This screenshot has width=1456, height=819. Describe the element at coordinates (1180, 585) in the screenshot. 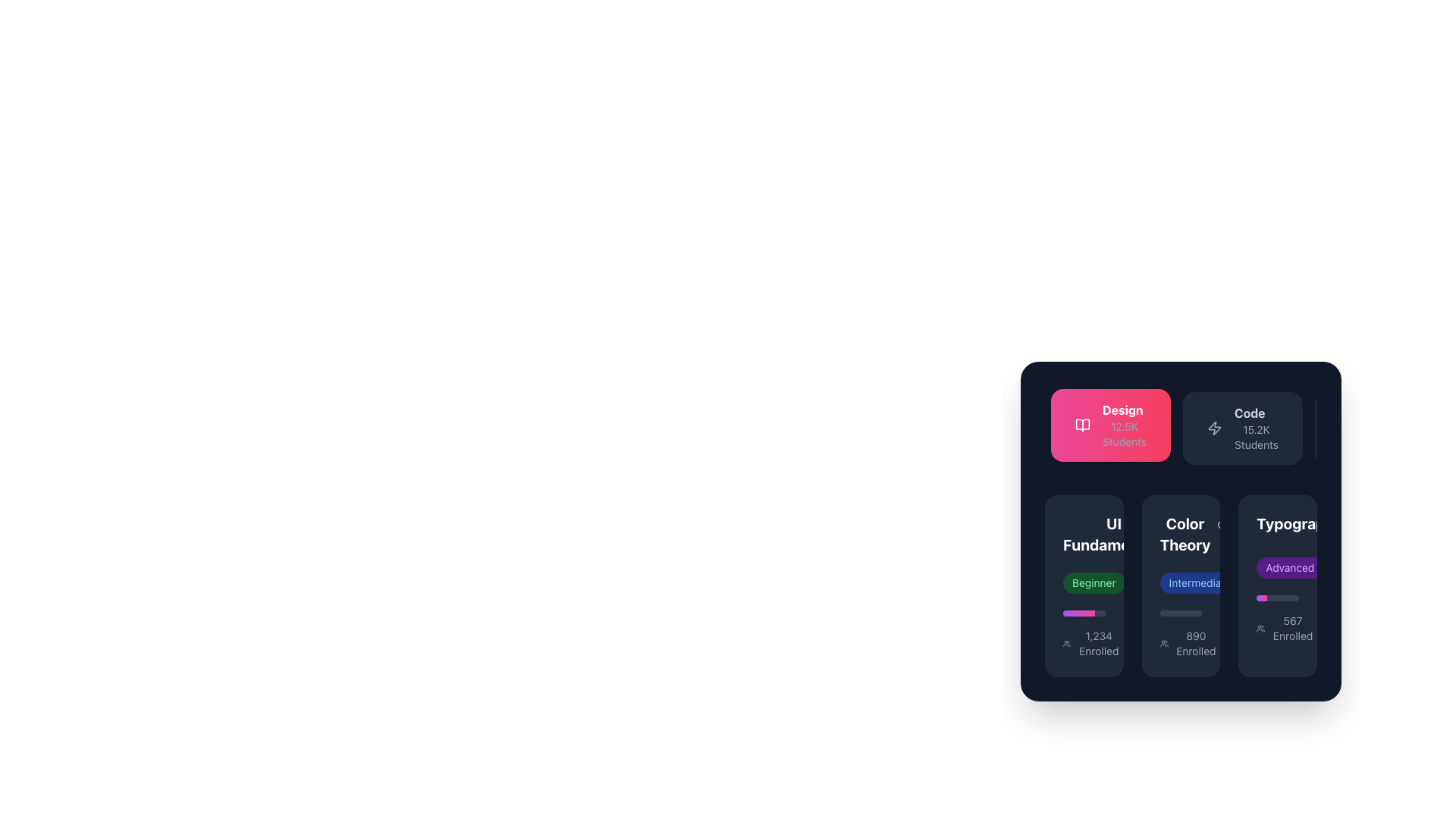

I see `the 'Color Theory' course card, which is the second card in a horizontal layout between 'UI Fundamentals' and 'Typography'` at that location.